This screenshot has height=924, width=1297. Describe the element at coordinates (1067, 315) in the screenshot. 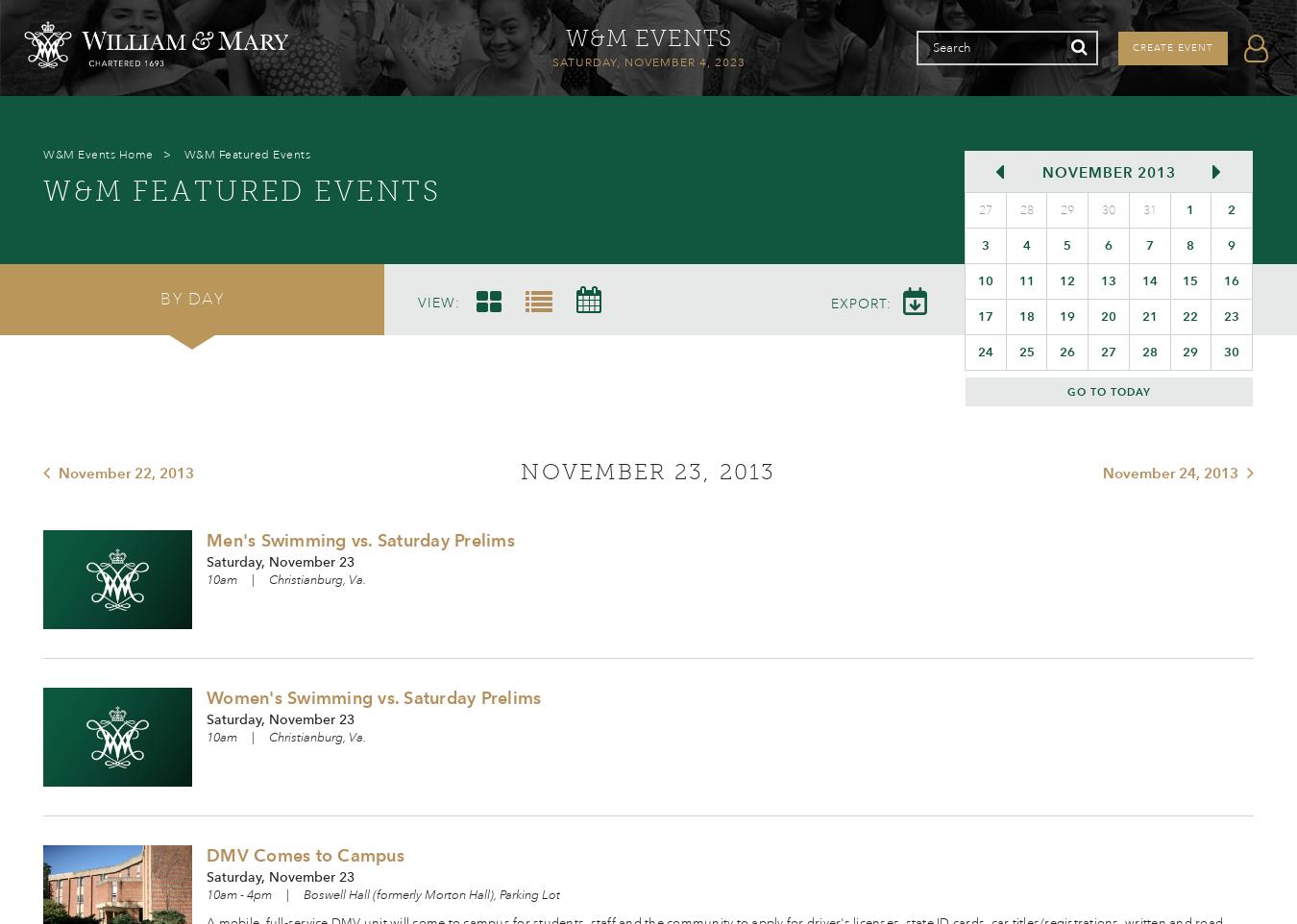

I see `'19'` at that location.